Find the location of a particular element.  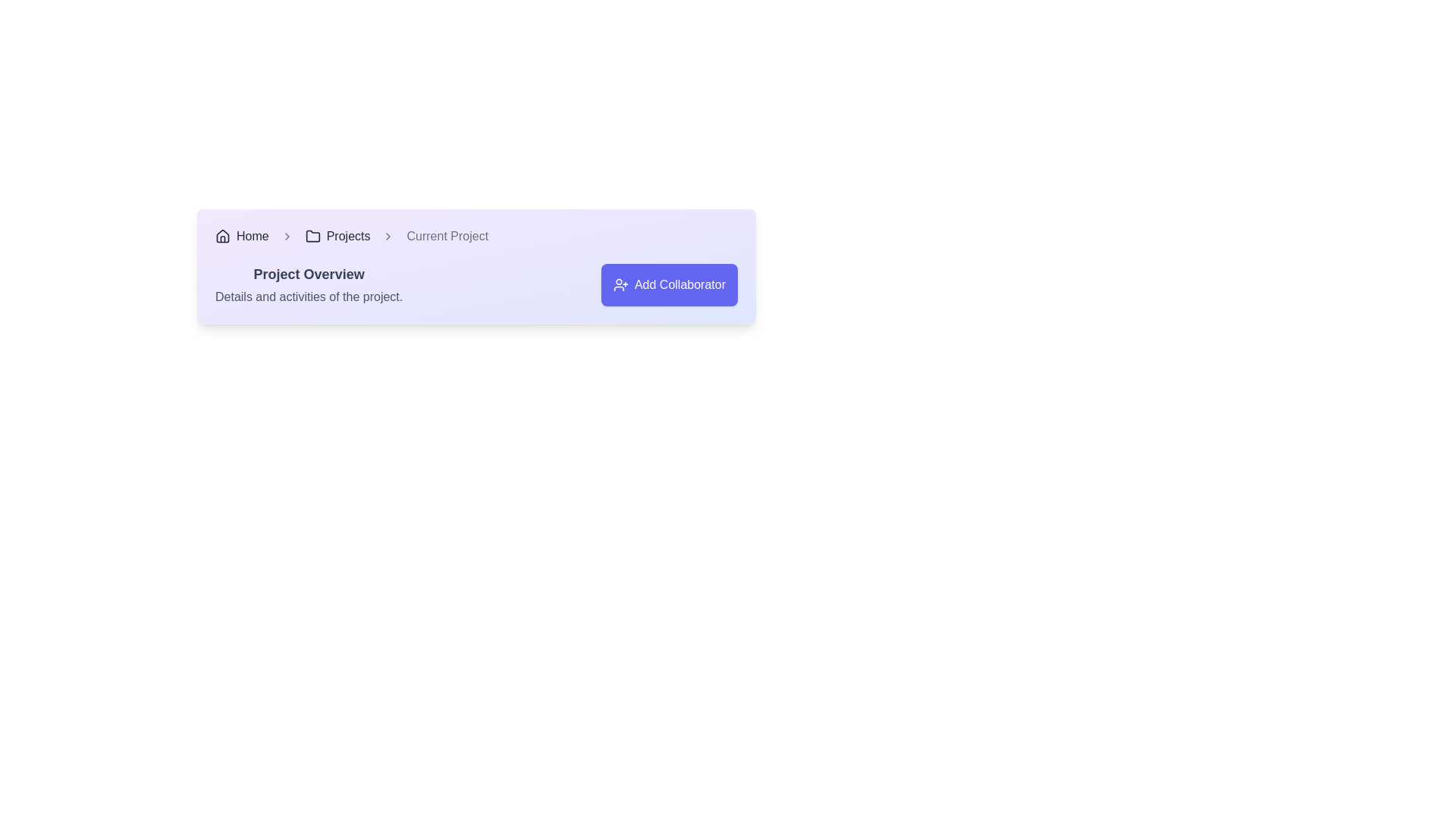

the first hyperlink in the breadcrumb navigation bar is located at coordinates (253, 237).